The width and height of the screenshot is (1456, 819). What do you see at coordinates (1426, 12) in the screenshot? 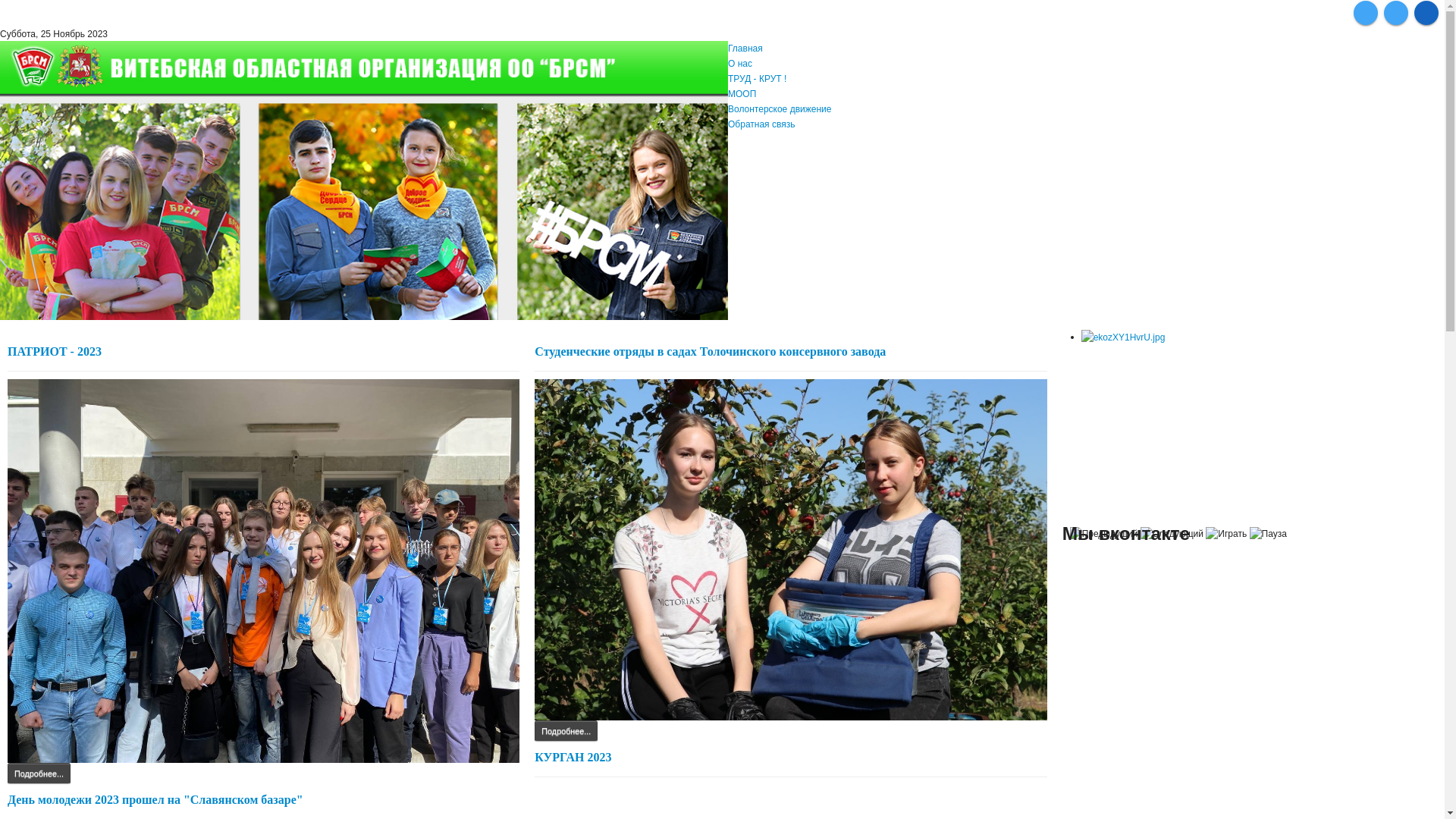
I see `'Facebook'` at bounding box center [1426, 12].